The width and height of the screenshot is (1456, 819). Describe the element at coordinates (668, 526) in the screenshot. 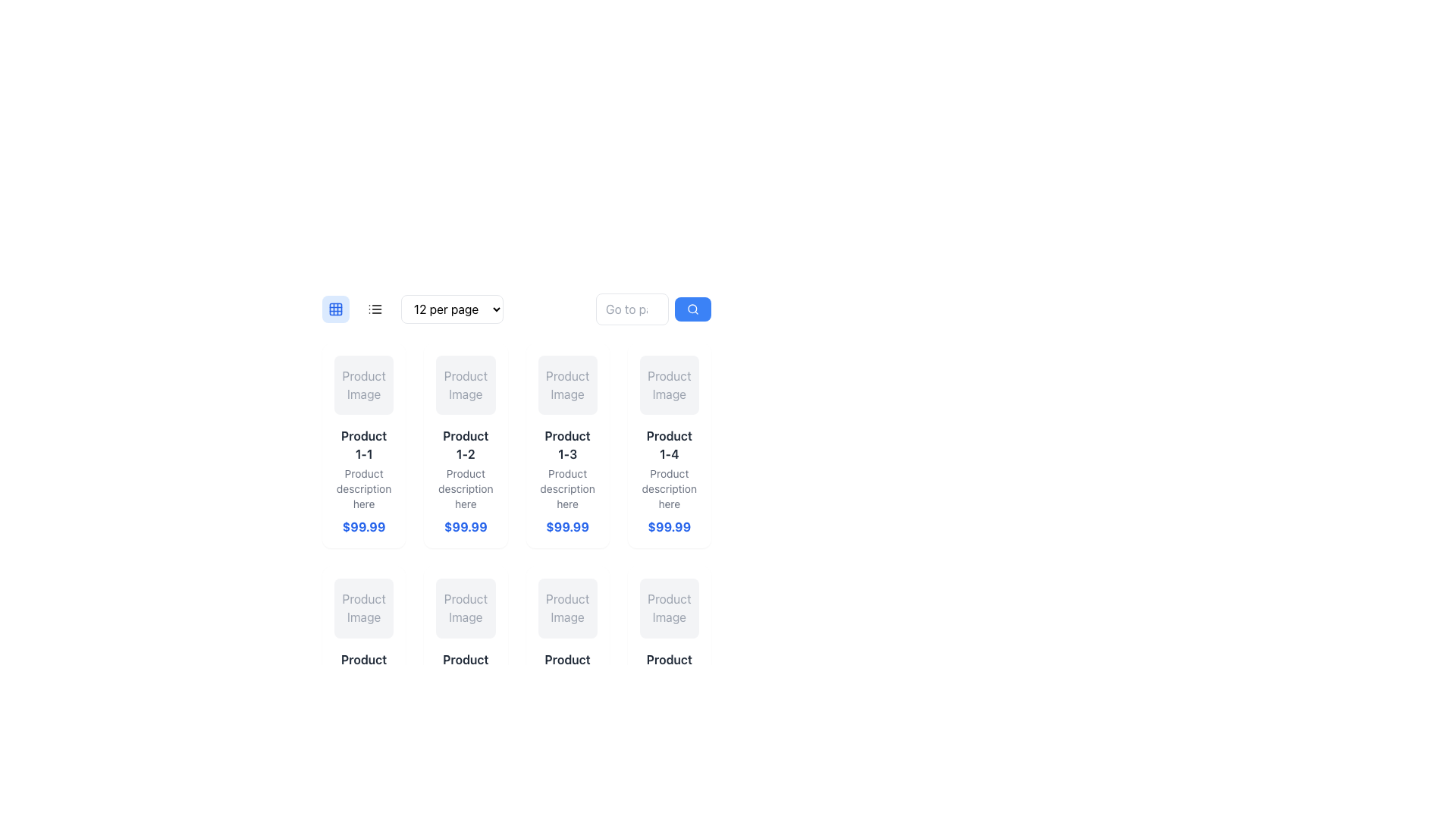

I see `the static text display element showing the price '$99.99' in bold blue font, which is part of the product listing on the online store interface` at that location.